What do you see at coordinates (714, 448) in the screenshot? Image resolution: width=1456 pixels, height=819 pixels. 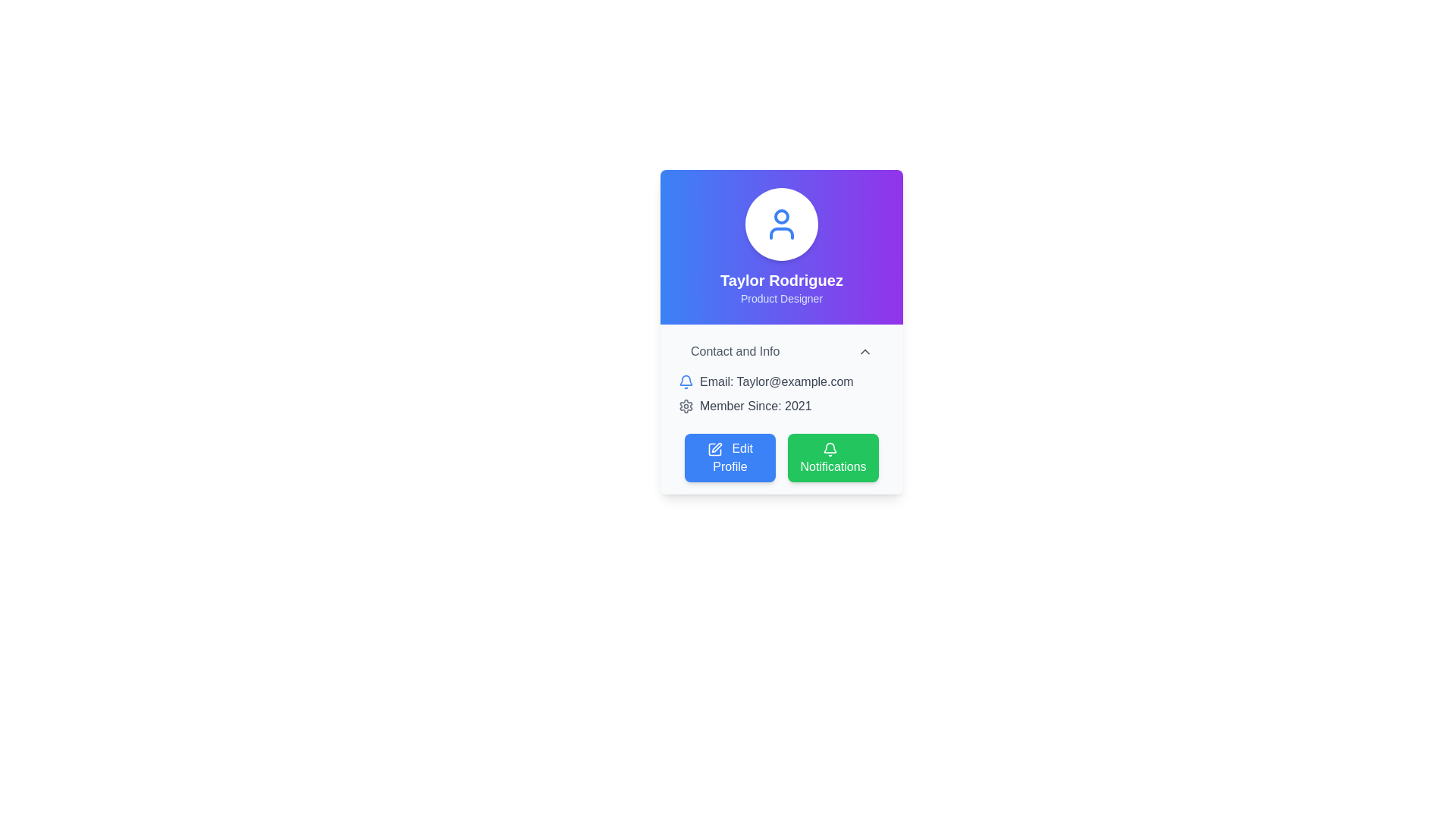 I see `the 'Edit Profile' icon located on the left side of the 'Edit Profile' button at the lower left part of the profile card` at bounding box center [714, 448].